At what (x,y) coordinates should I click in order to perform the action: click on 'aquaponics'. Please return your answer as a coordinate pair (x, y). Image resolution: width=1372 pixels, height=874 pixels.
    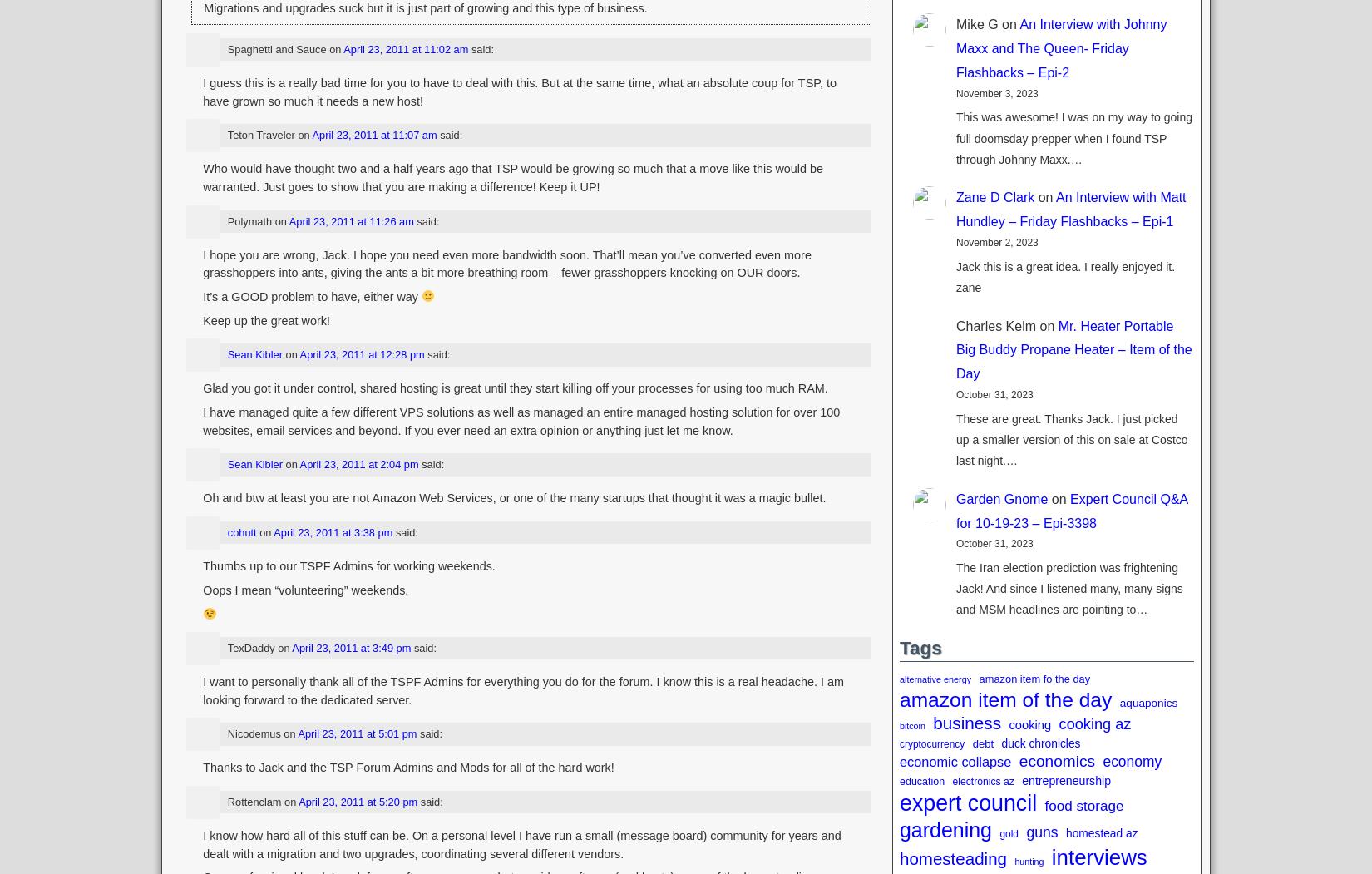
    Looking at the image, I should click on (1147, 703).